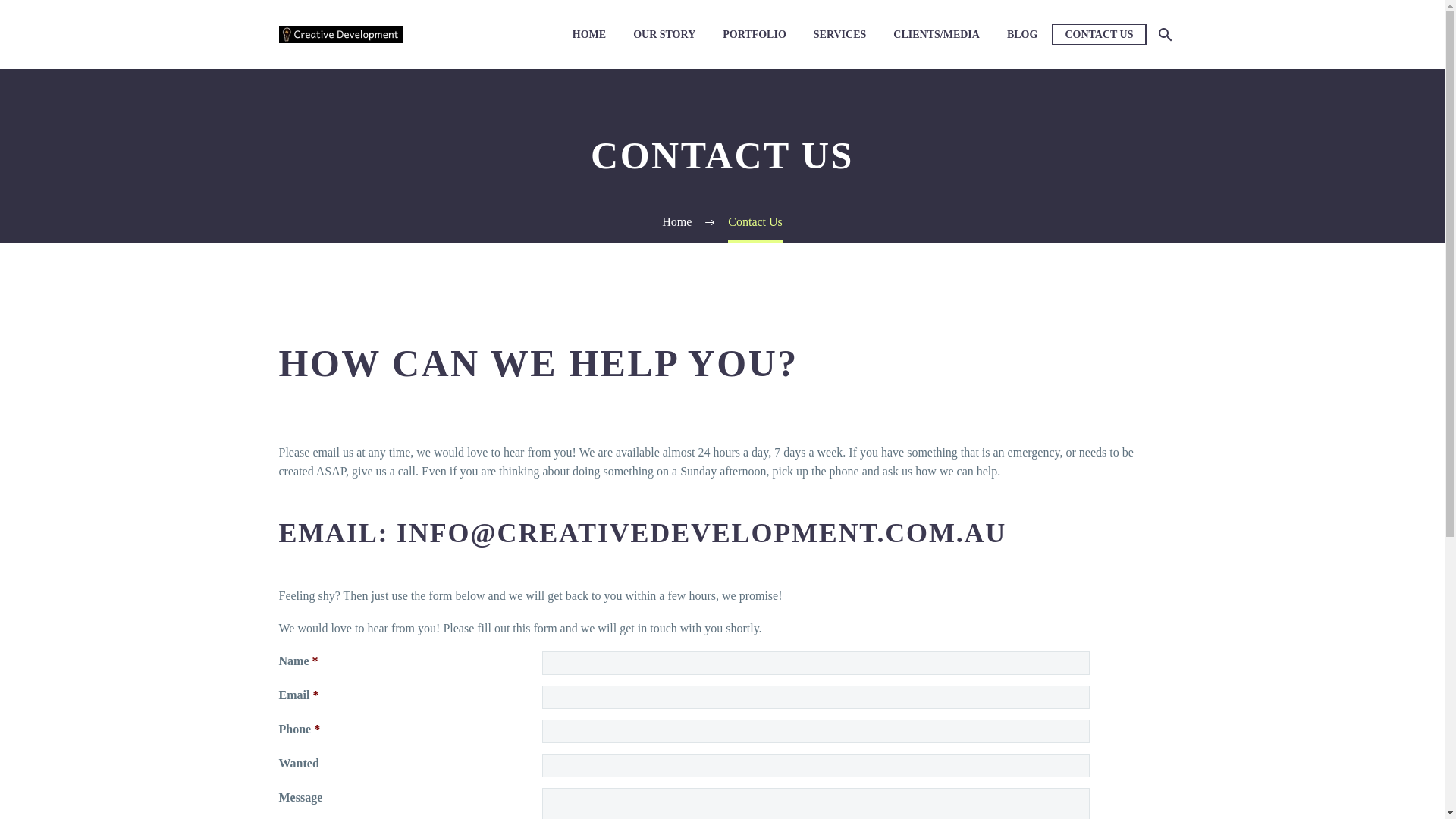 Image resolution: width=1456 pixels, height=819 pixels. What do you see at coordinates (801, 34) in the screenshot?
I see `'SERVICES'` at bounding box center [801, 34].